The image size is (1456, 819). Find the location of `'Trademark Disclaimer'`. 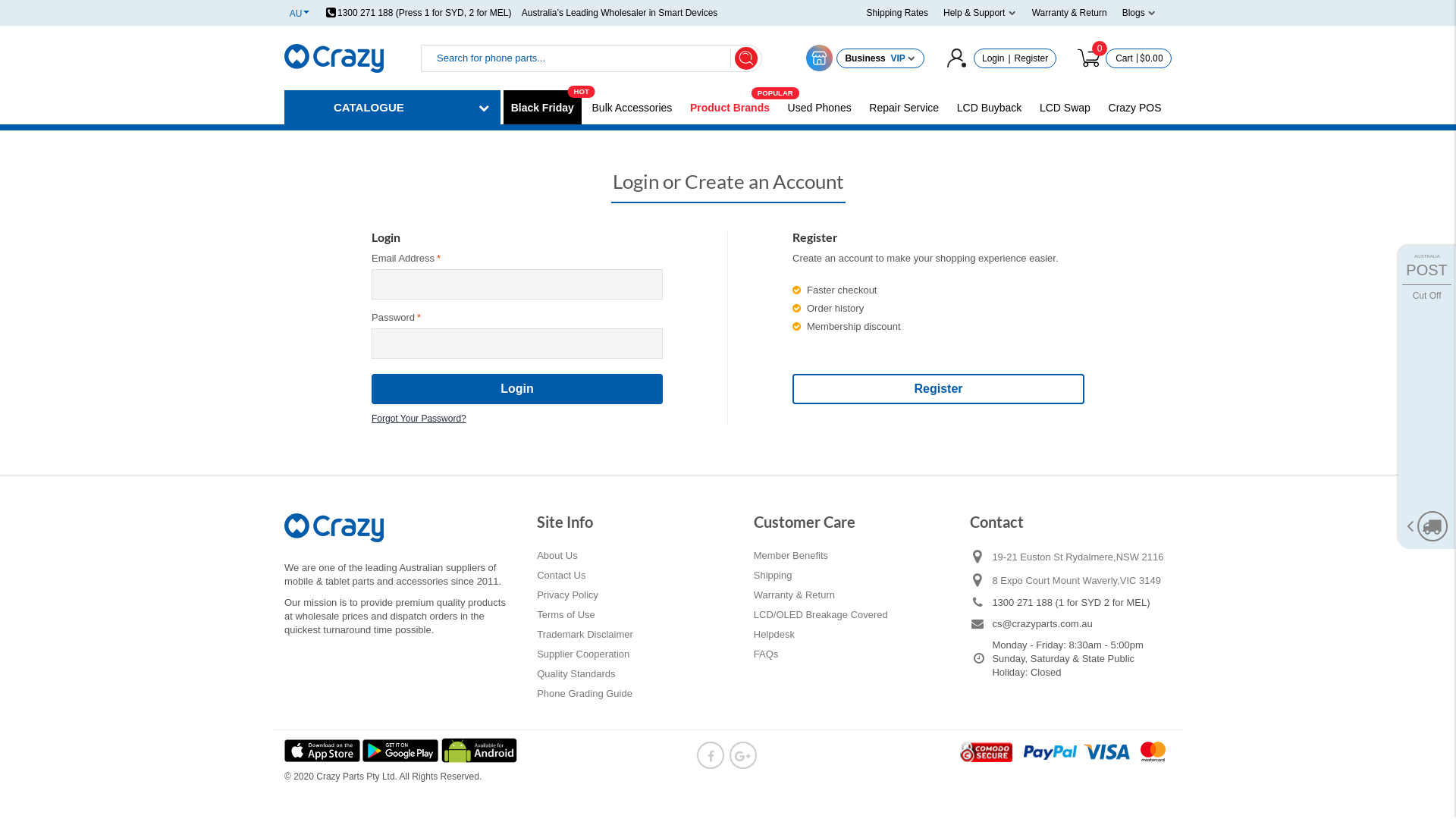

'Trademark Disclaimer' is located at coordinates (584, 635).